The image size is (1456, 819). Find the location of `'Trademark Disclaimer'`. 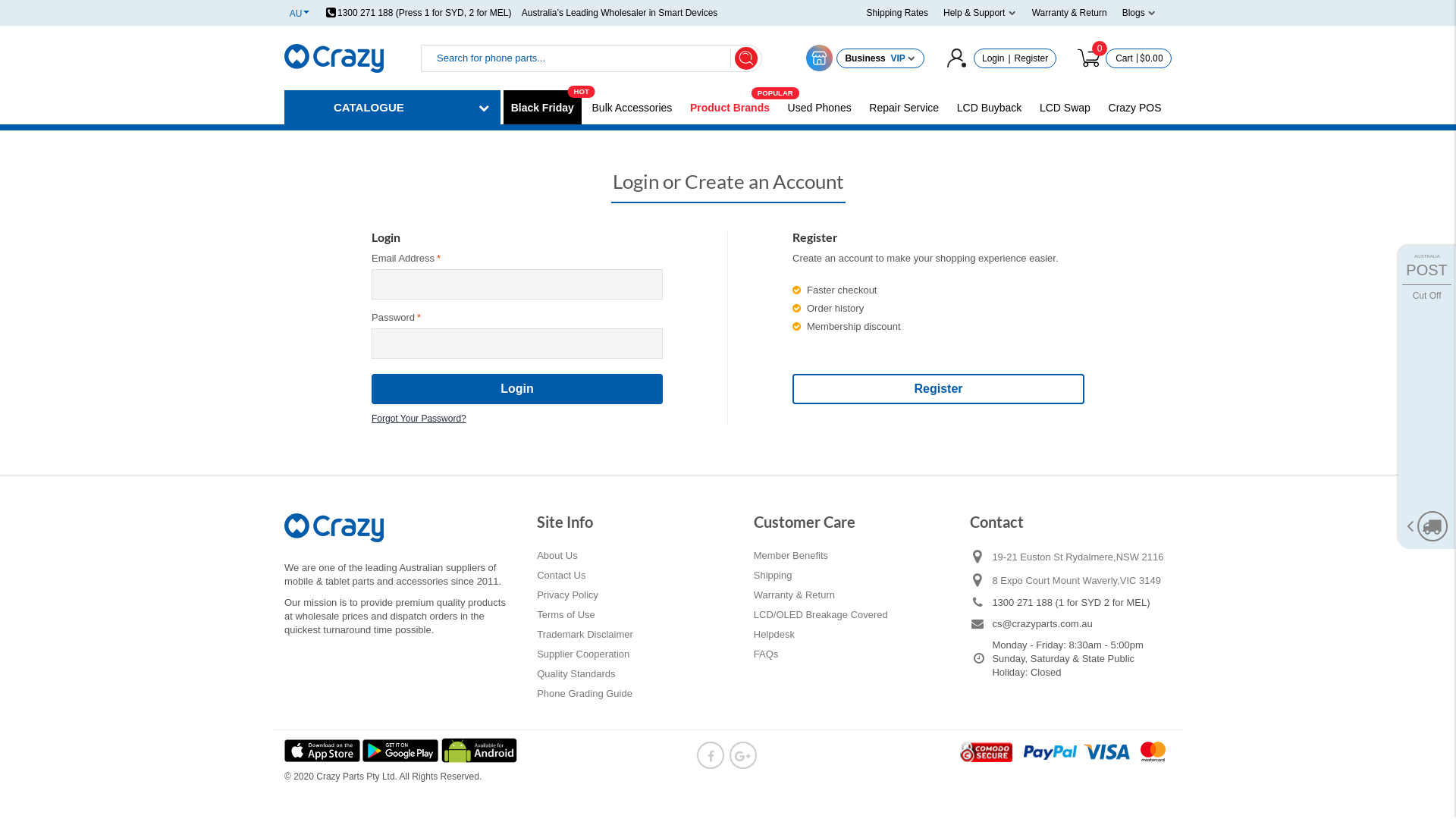

'Trademark Disclaimer' is located at coordinates (584, 635).